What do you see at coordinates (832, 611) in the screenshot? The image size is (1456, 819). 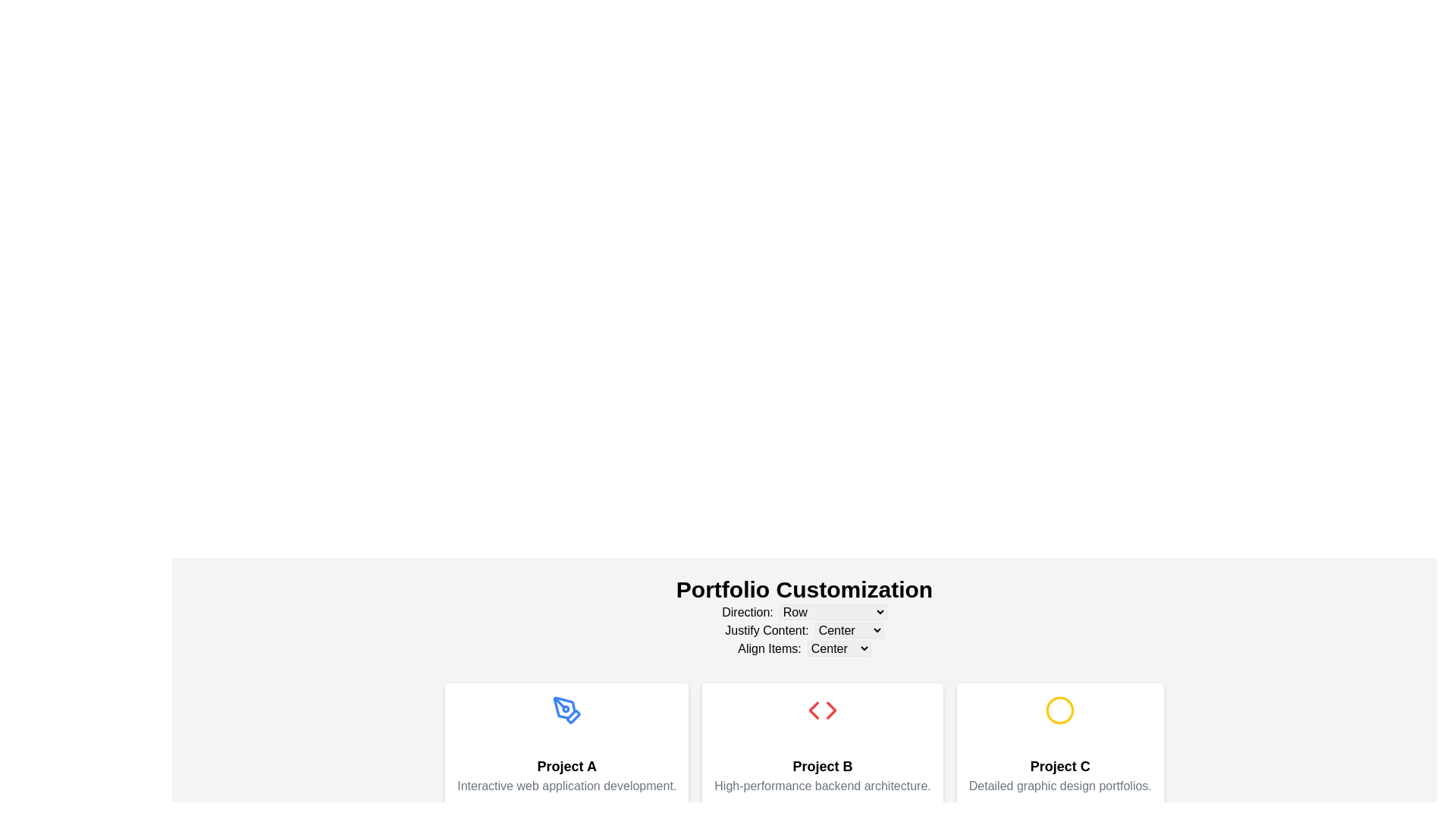 I see `the 'Row' dropdown menu` at bounding box center [832, 611].